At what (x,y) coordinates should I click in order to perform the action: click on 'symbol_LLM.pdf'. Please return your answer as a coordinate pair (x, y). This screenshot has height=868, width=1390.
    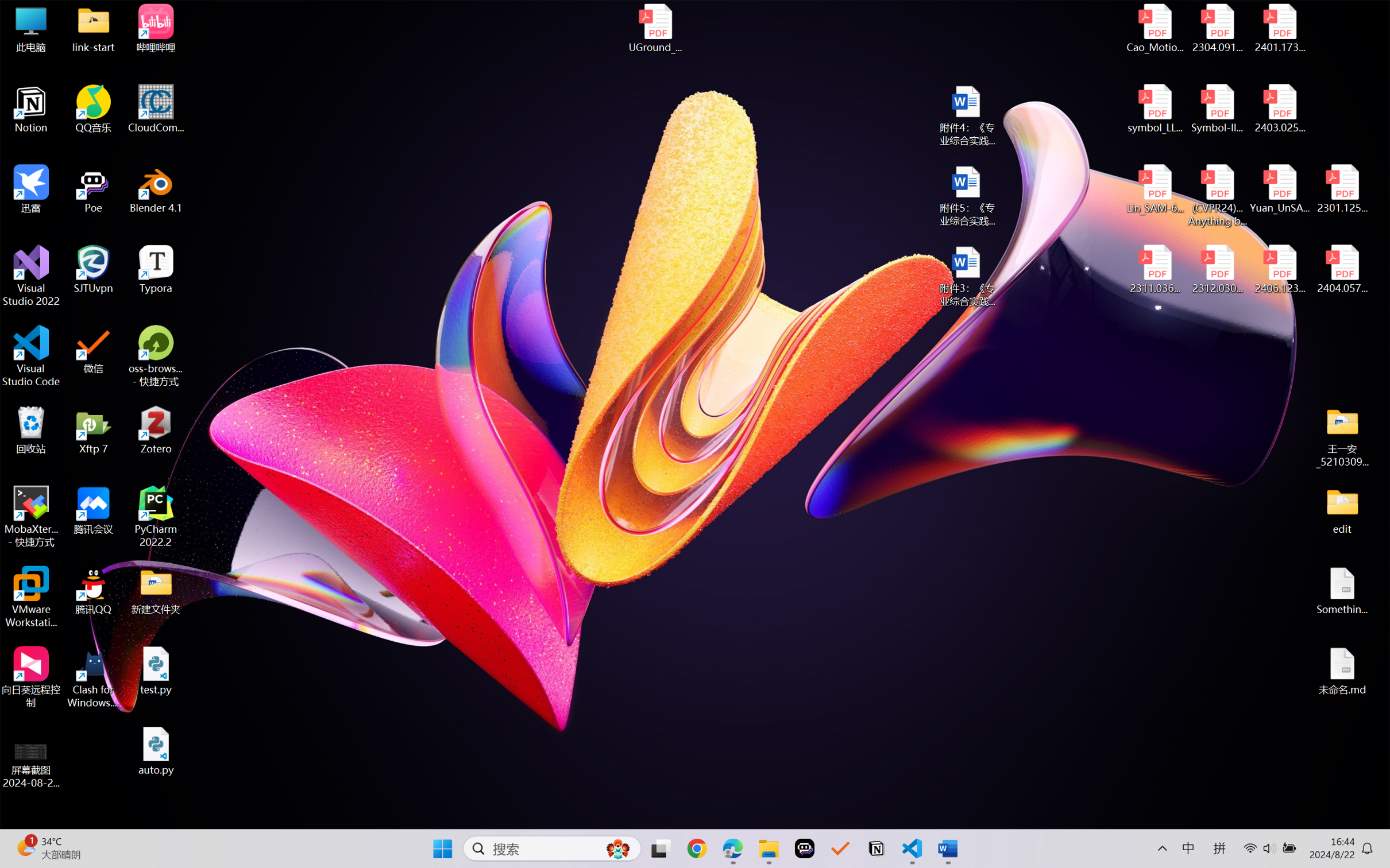
    Looking at the image, I should click on (1155, 109).